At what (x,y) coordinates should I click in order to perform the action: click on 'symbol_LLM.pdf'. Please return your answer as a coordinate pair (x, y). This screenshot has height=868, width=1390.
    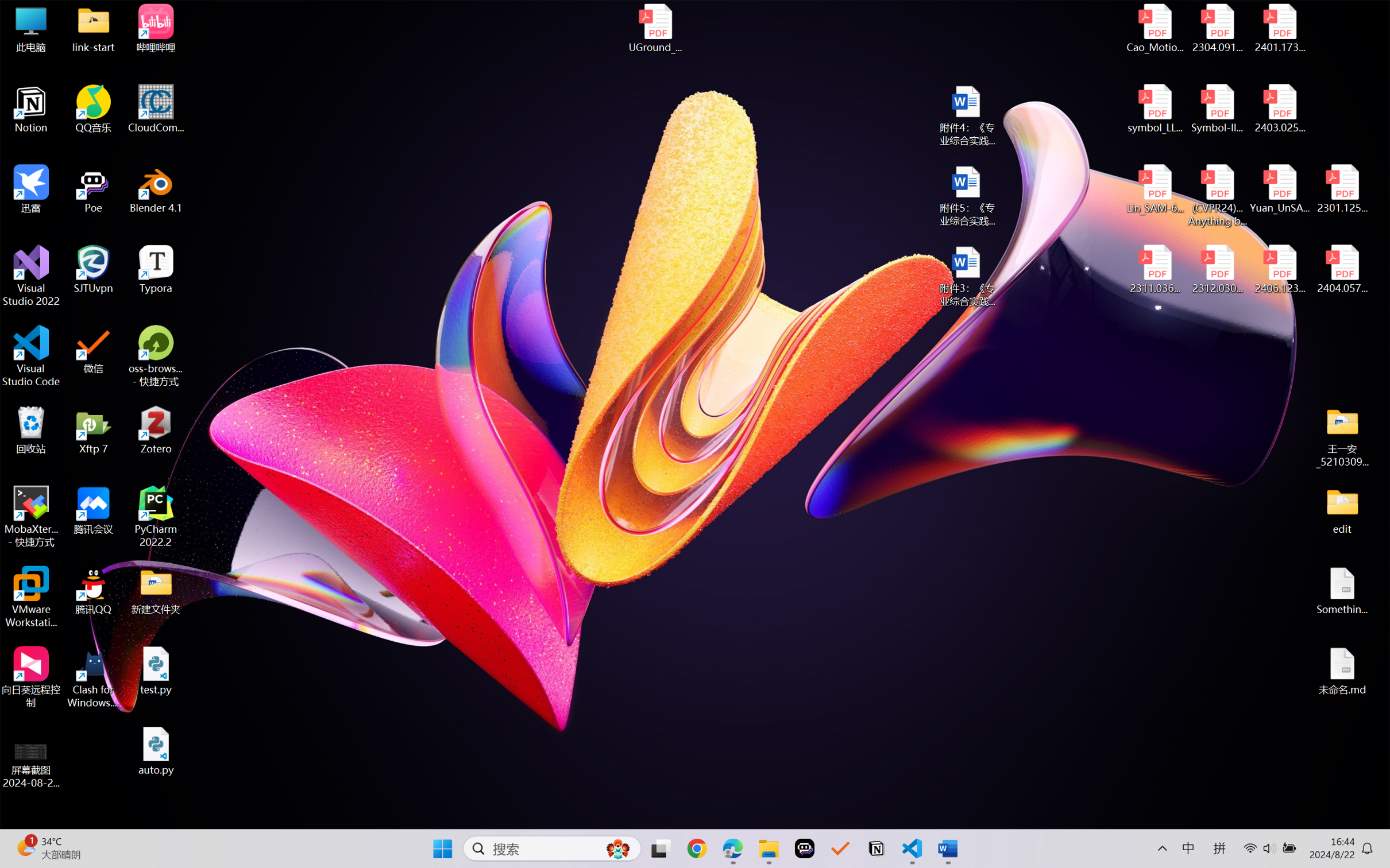
    Looking at the image, I should click on (1155, 109).